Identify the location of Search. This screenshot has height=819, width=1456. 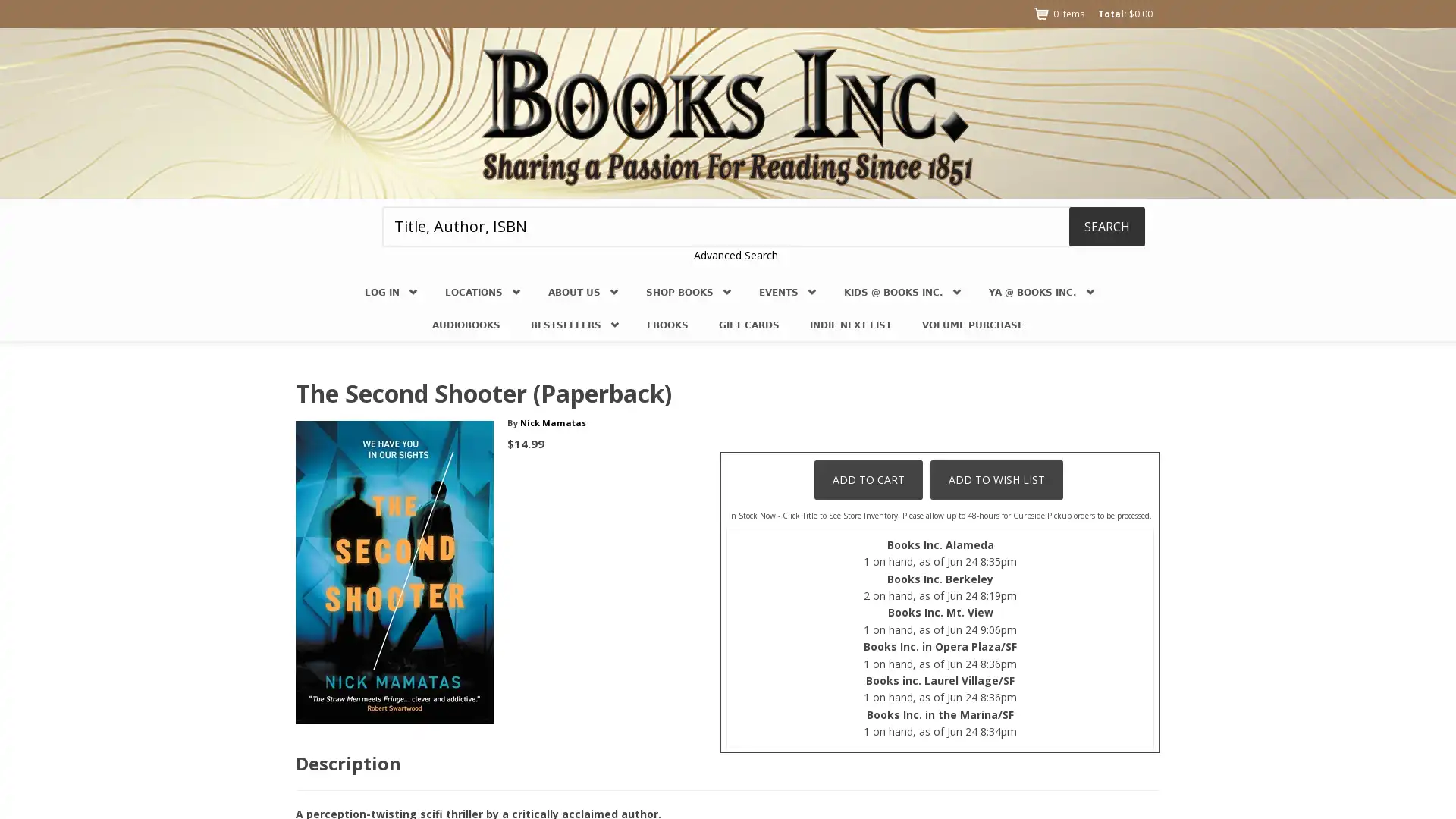
(1106, 225).